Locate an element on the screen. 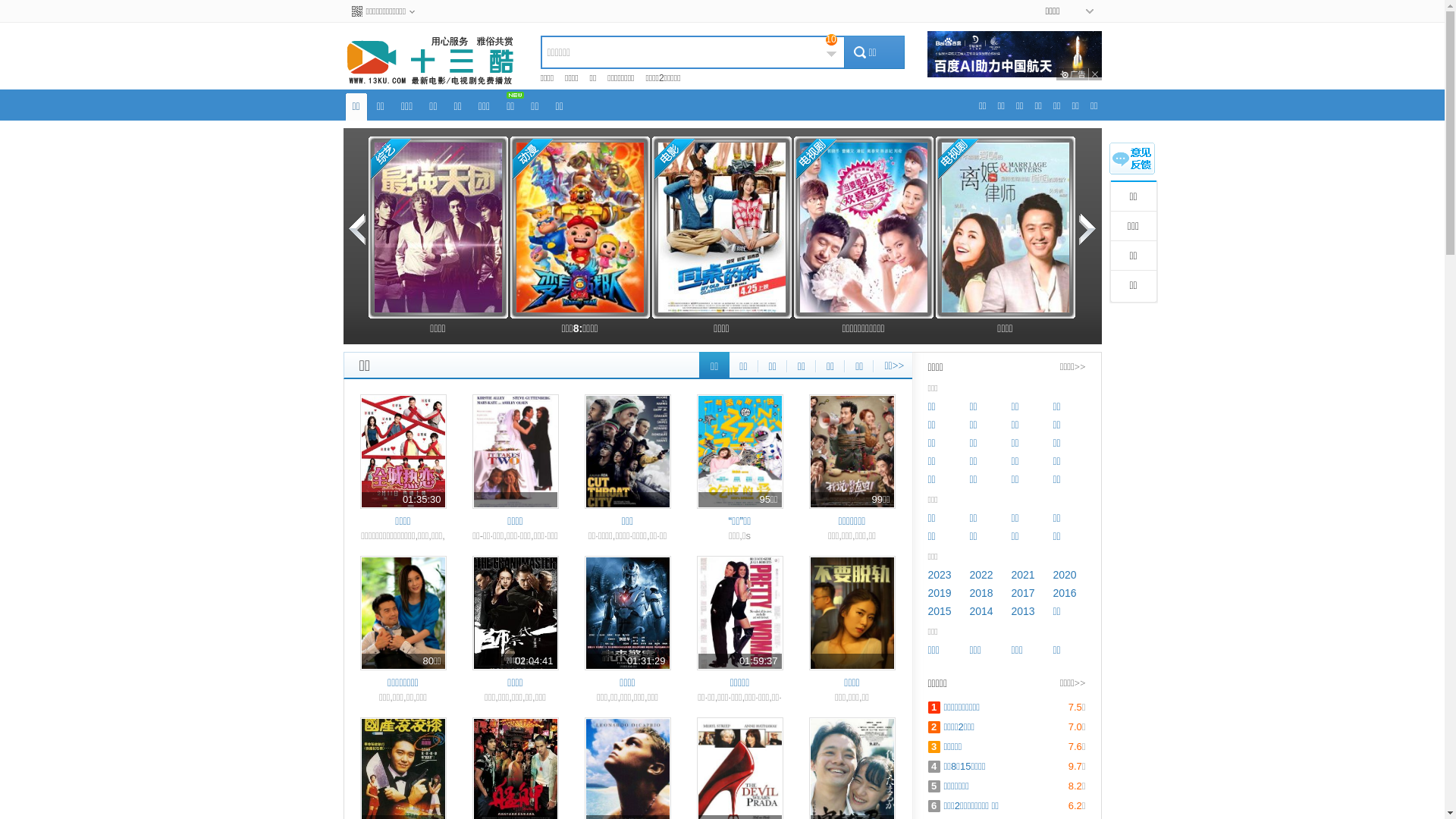 Image resolution: width=1456 pixels, height=819 pixels. '2018' is located at coordinates (981, 592).